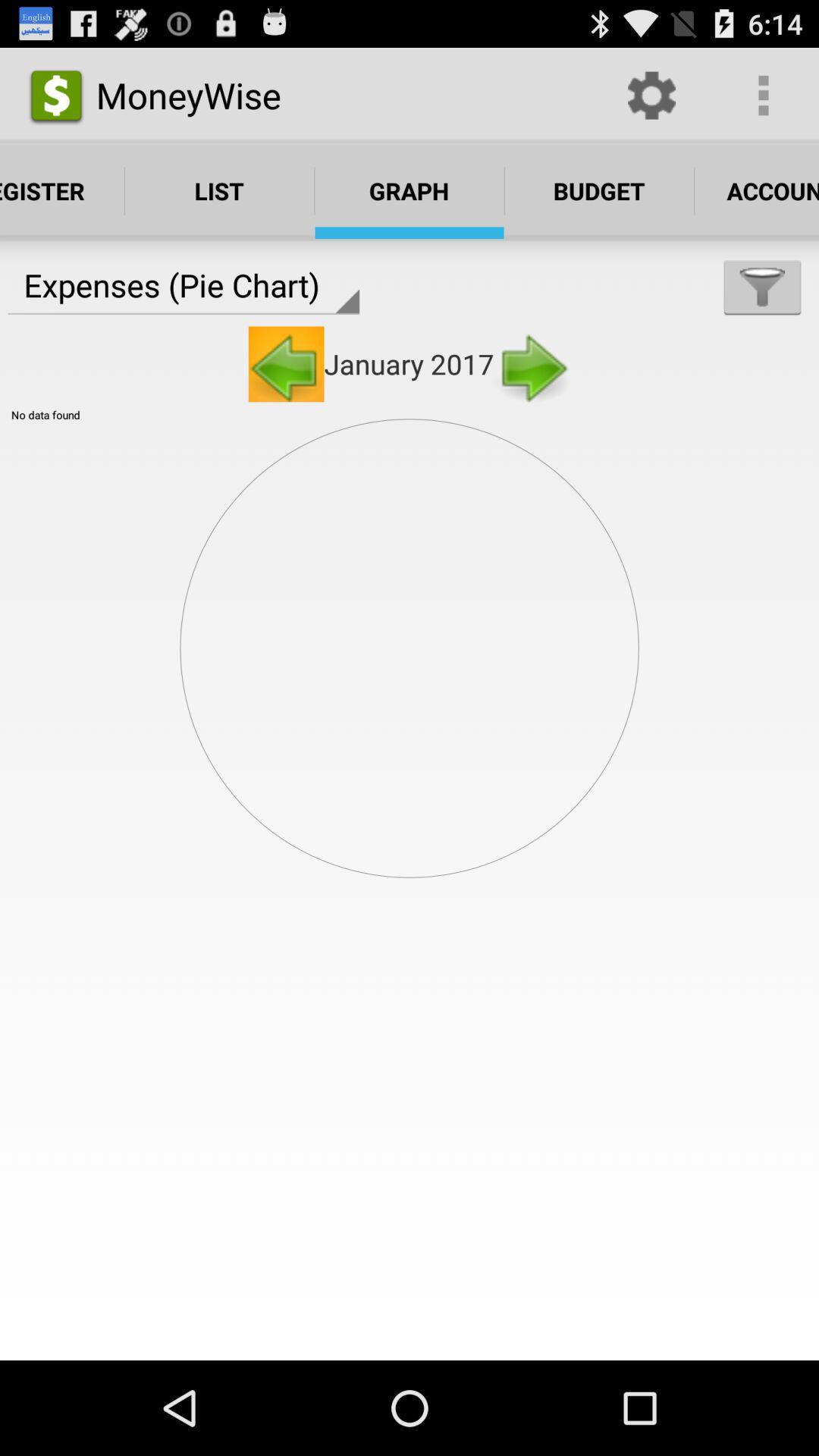  I want to click on the settings icon above budget, so click(651, 94).